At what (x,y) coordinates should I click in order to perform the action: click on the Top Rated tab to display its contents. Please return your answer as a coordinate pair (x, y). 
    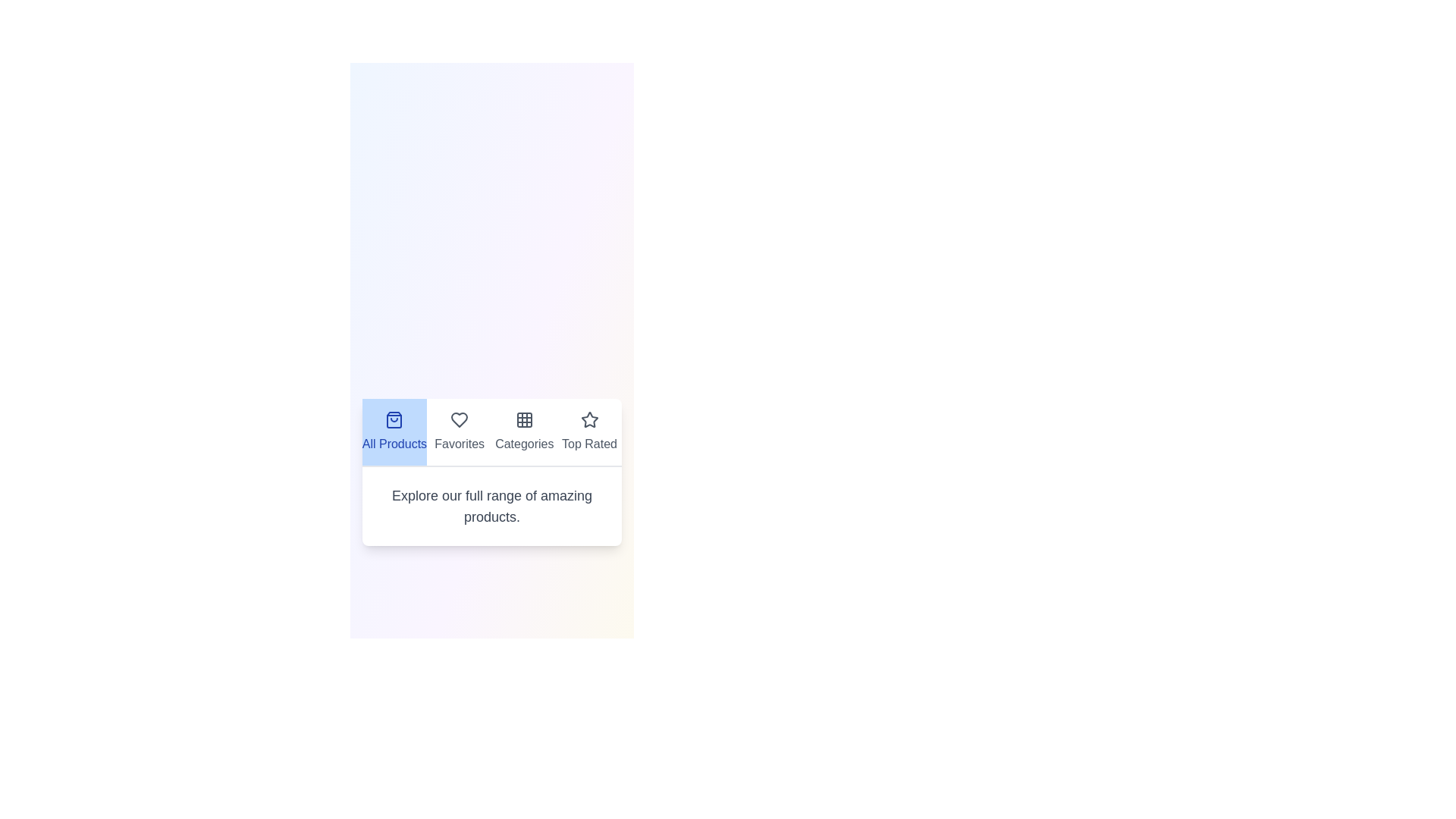
    Looking at the image, I should click on (588, 432).